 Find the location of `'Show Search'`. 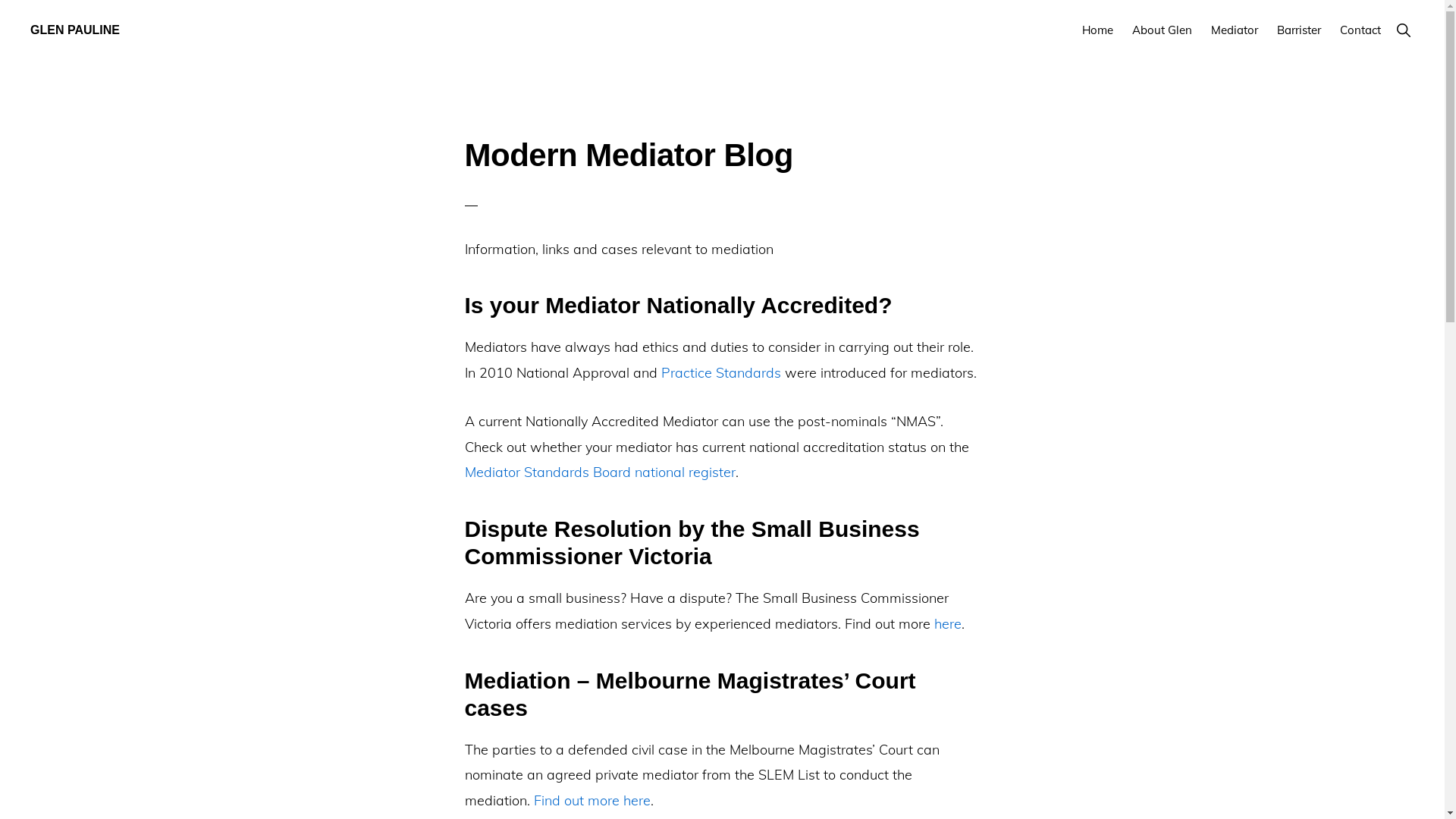

'Show Search' is located at coordinates (1402, 30).